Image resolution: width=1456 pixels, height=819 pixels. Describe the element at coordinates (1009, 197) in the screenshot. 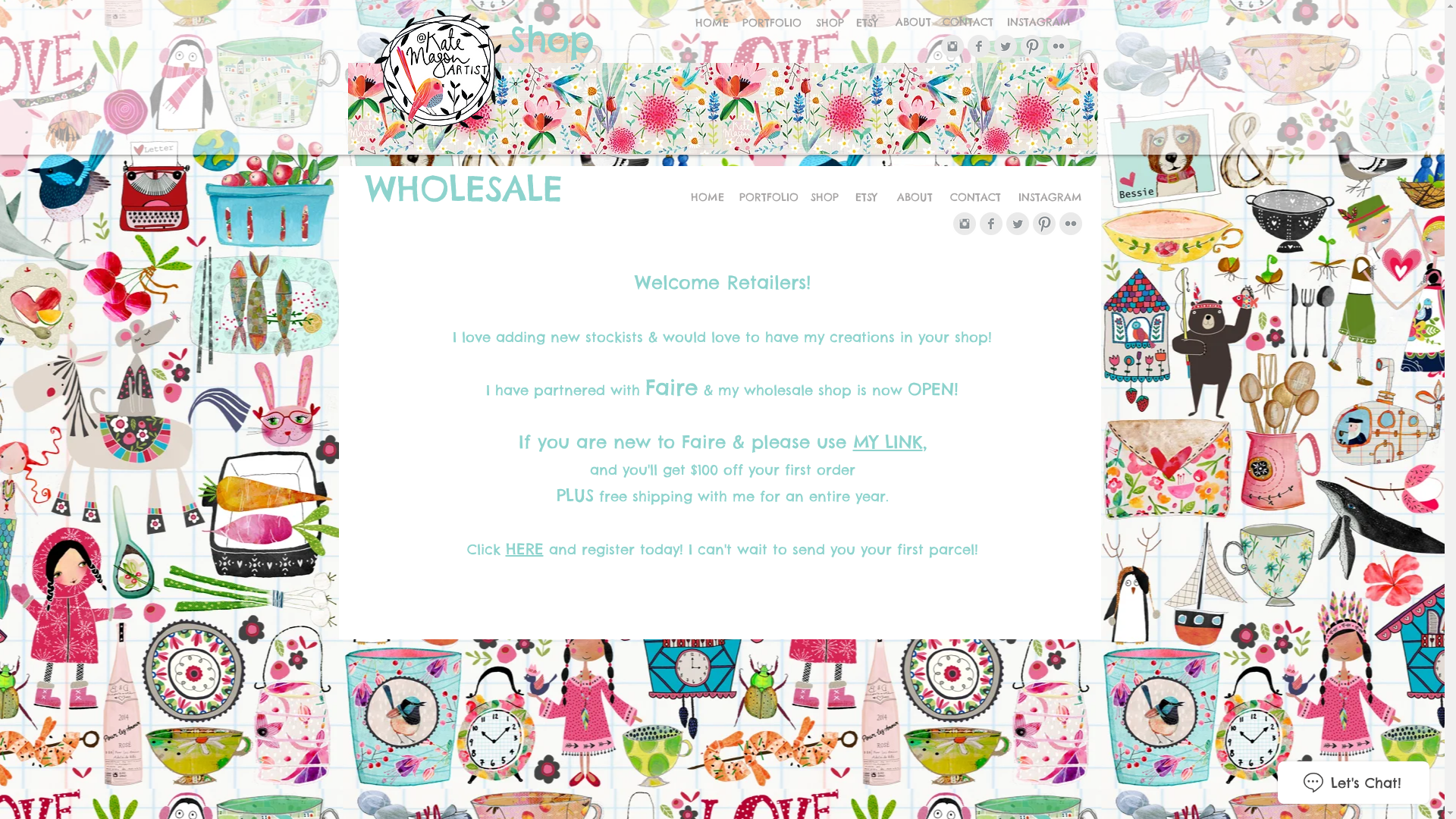

I see `'INSTAGRAM'` at that location.